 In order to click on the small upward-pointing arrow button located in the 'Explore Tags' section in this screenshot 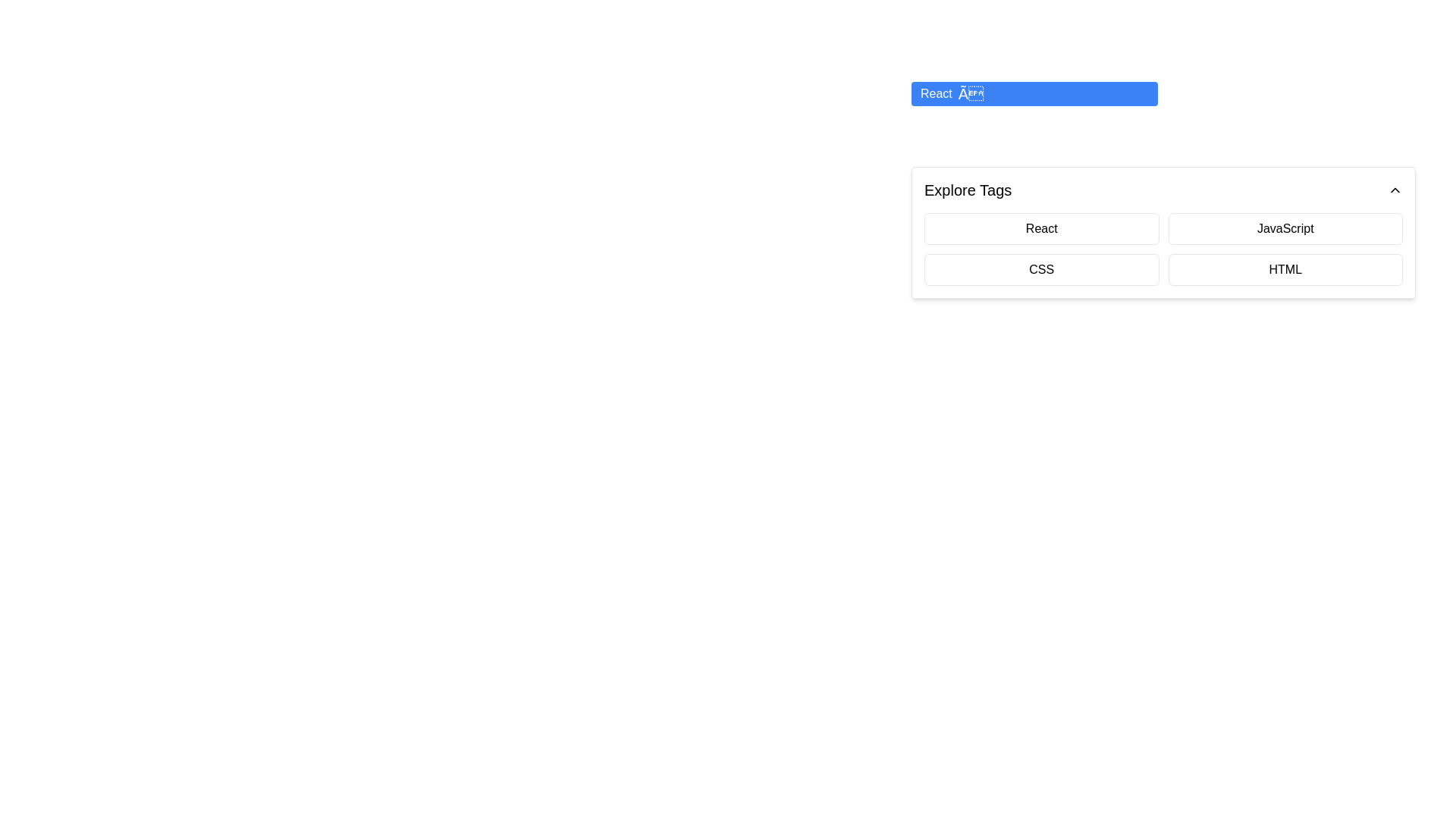, I will do `click(1395, 189)`.